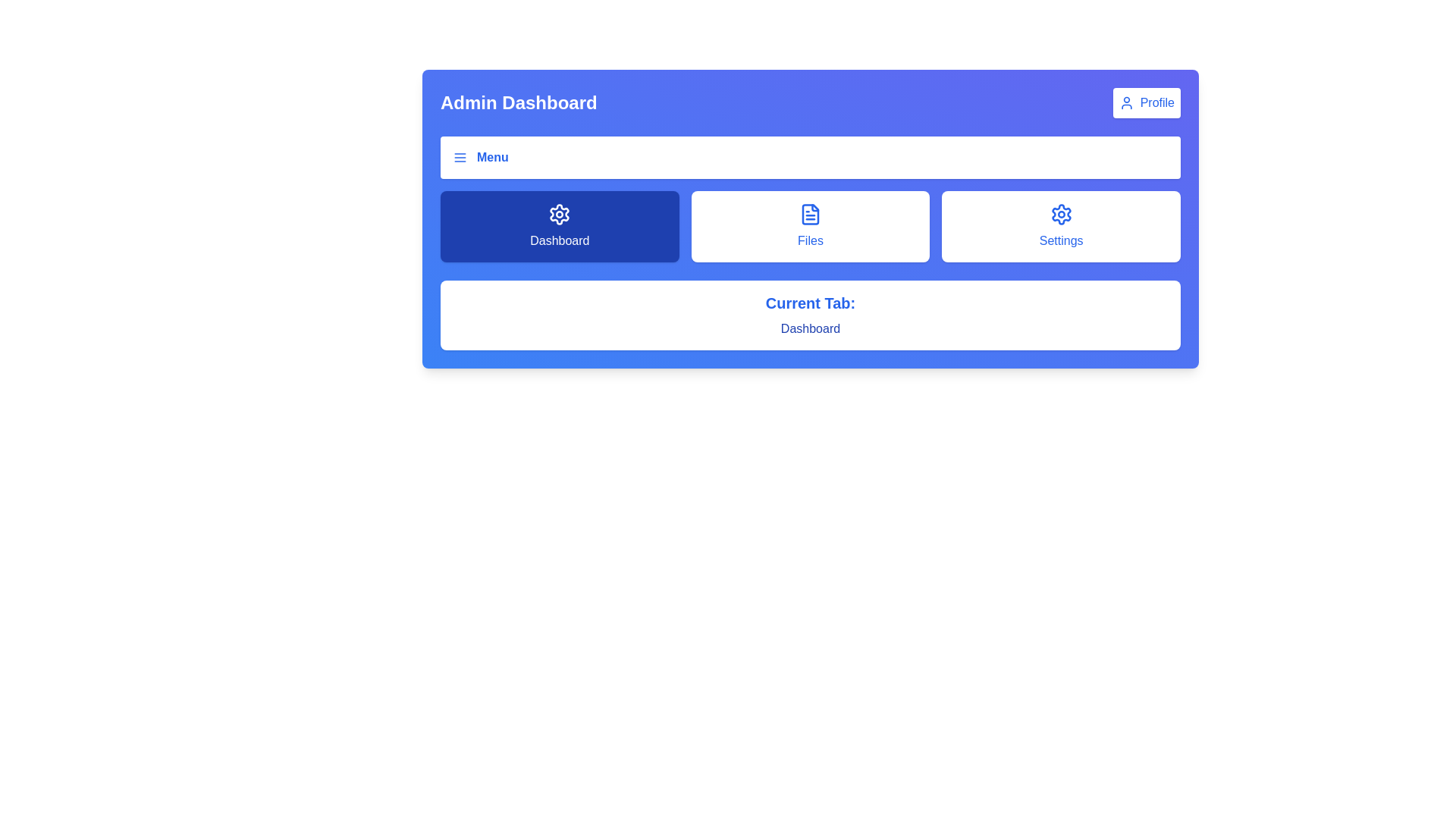 The height and width of the screenshot is (819, 1456). I want to click on the text label displaying 'Dashboard' inside the dark blue button positioned in the leftmost position among three buttons, so click(559, 240).